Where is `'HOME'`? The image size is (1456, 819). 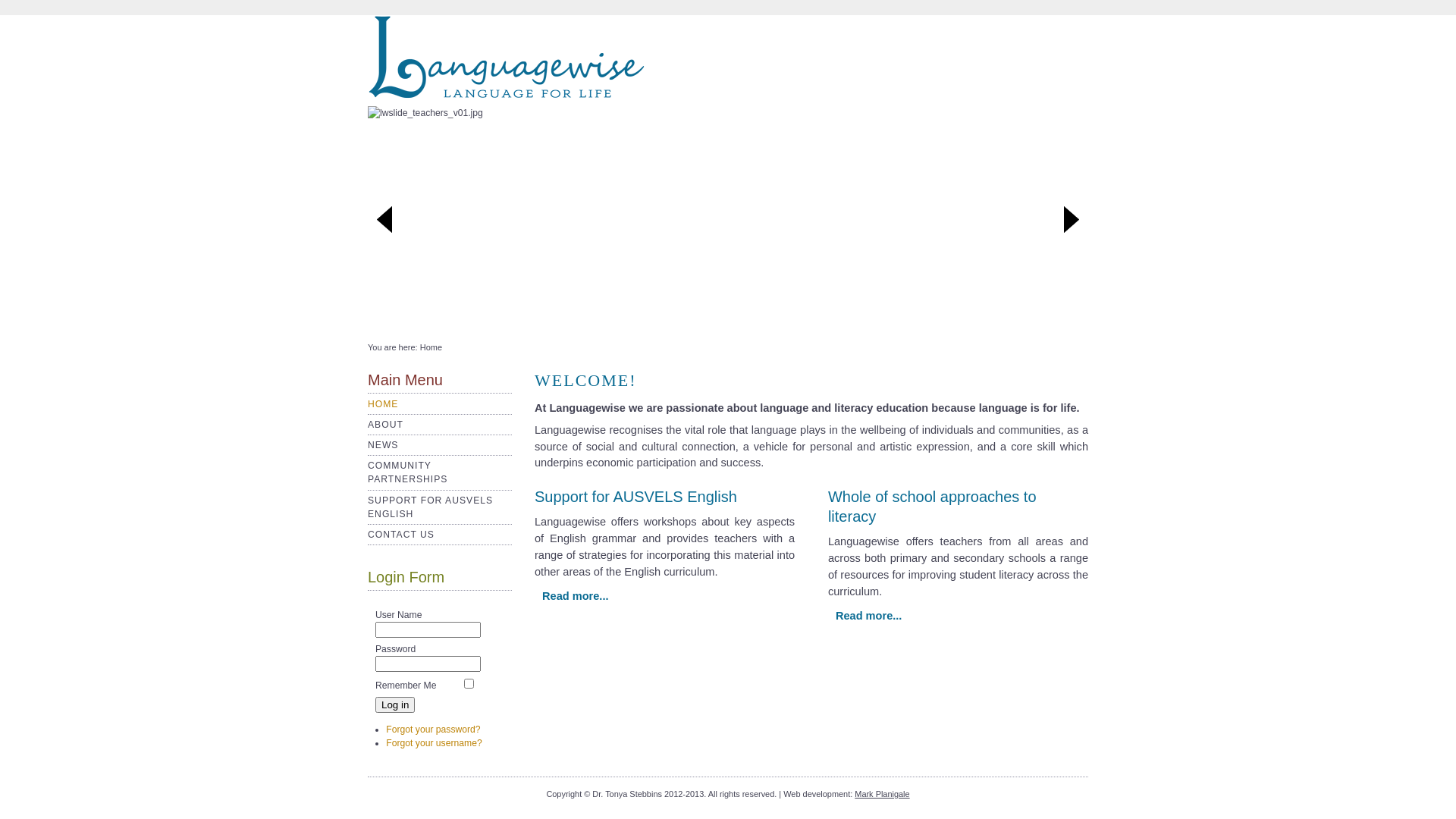 'HOME' is located at coordinates (367, 403).